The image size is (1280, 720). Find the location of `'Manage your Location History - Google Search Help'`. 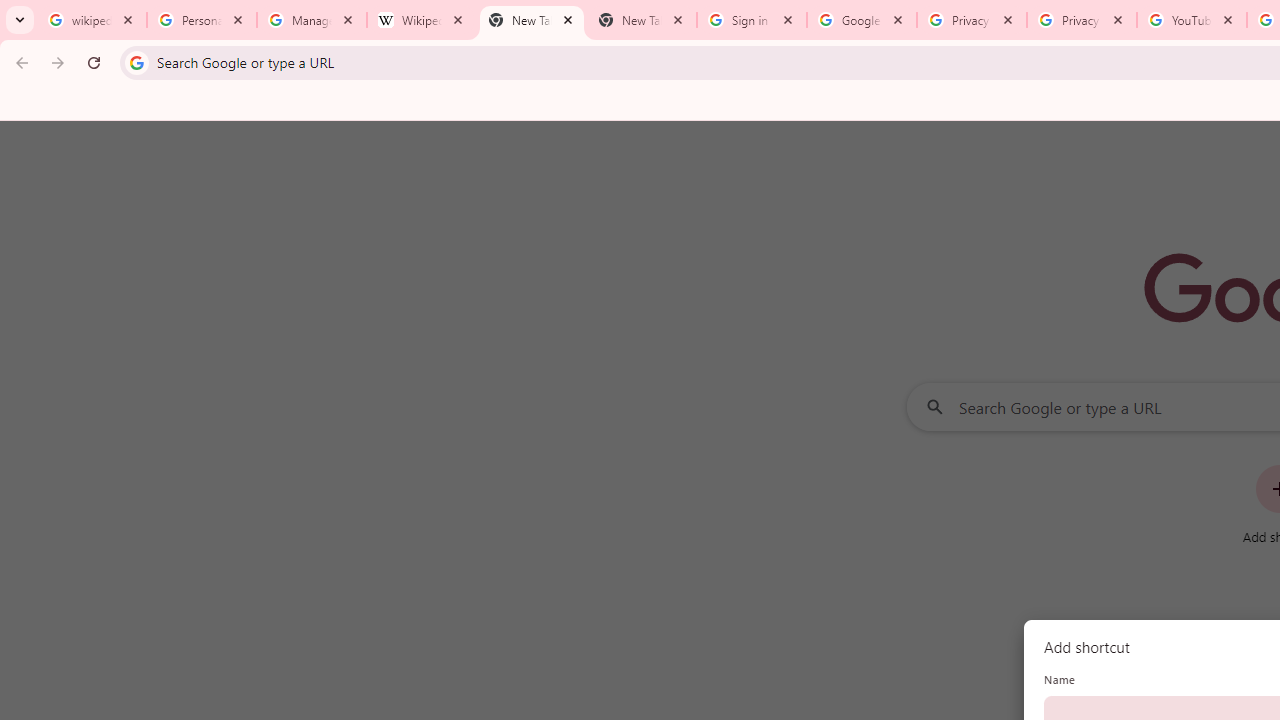

'Manage your Location History - Google Search Help' is located at coordinates (311, 20).